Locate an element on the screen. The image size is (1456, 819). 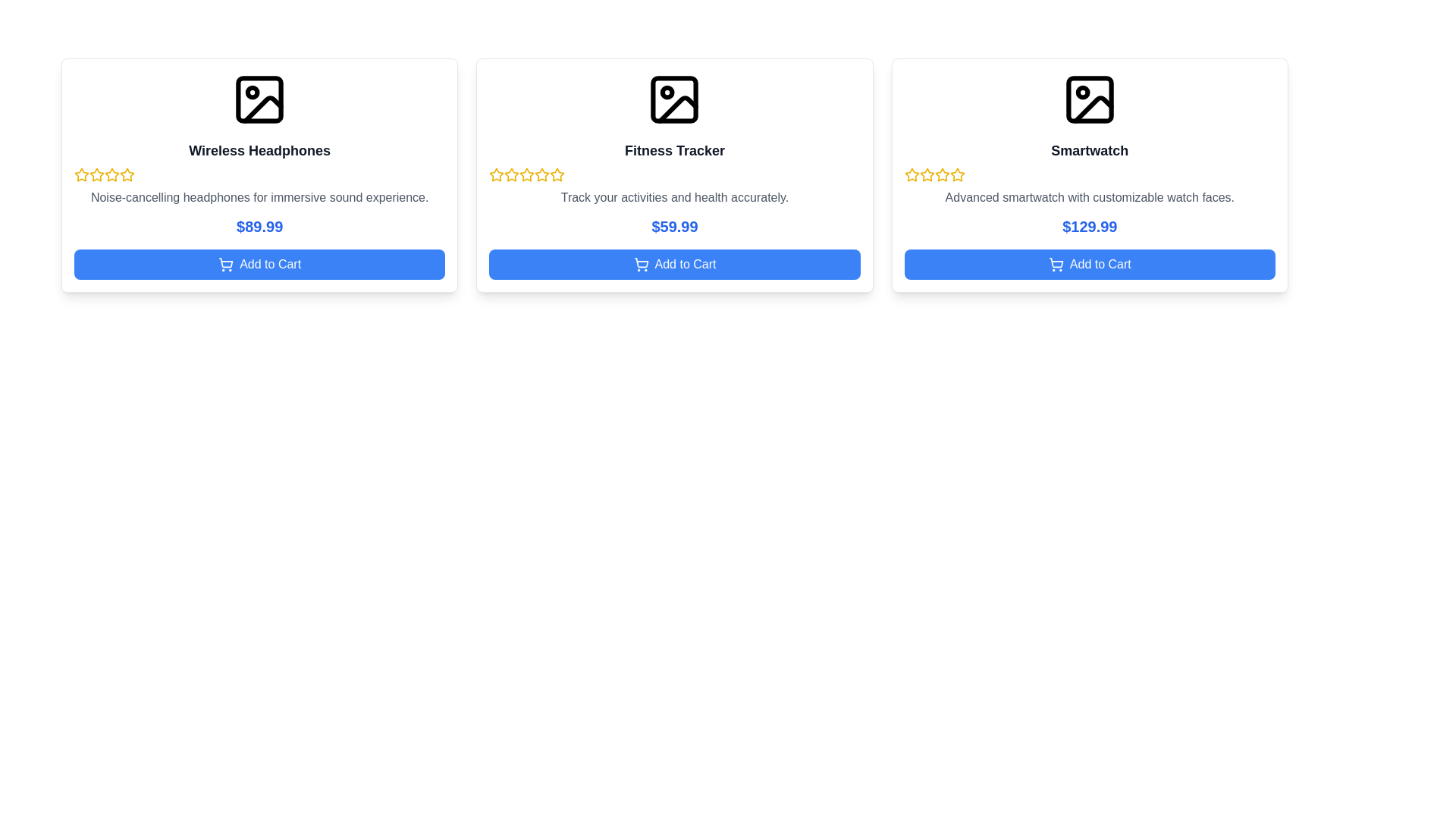
the third star in the horizontal row of five stars in the 'Smartwatch' product card is located at coordinates (941, 174).